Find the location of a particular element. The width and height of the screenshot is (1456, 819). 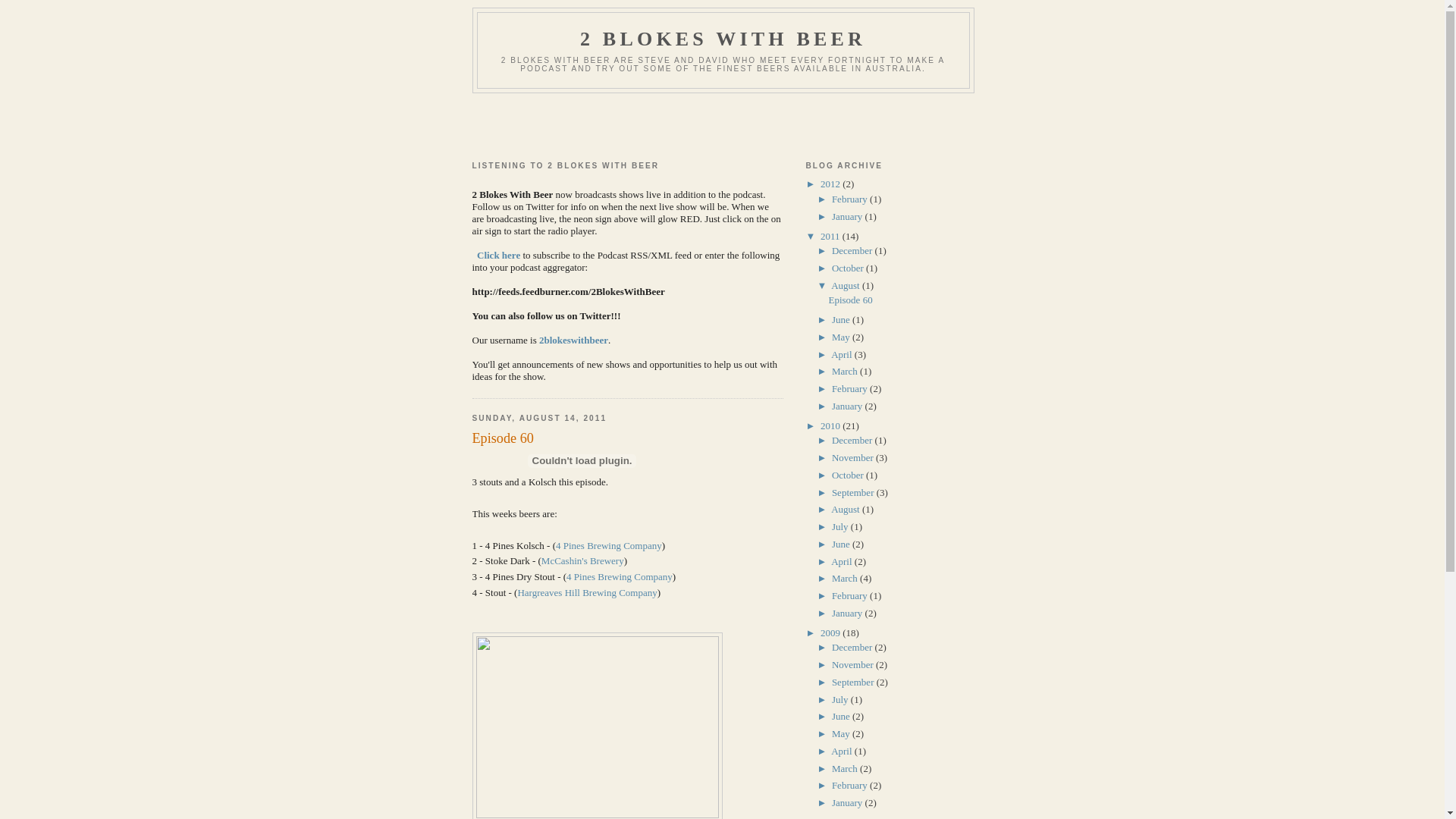

'Click here' is located at coordinates (497, 254).